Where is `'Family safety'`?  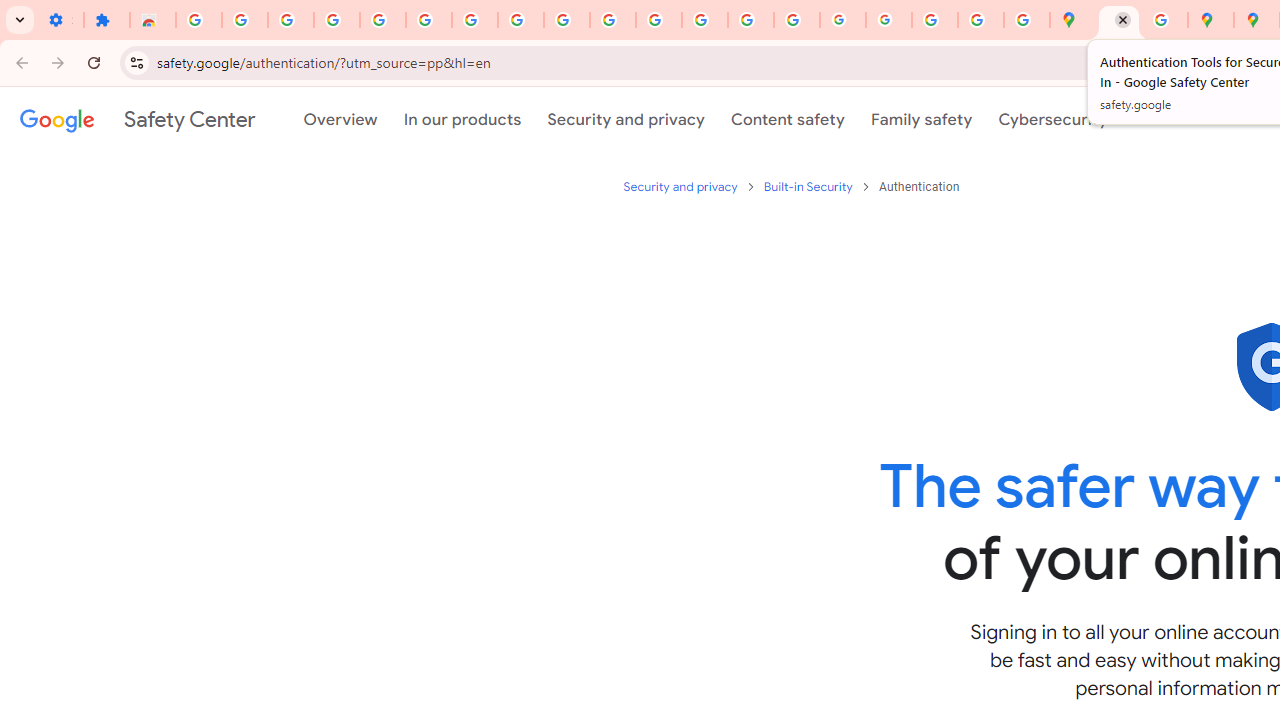 'Family safety' is located at coordinates (920, 119).